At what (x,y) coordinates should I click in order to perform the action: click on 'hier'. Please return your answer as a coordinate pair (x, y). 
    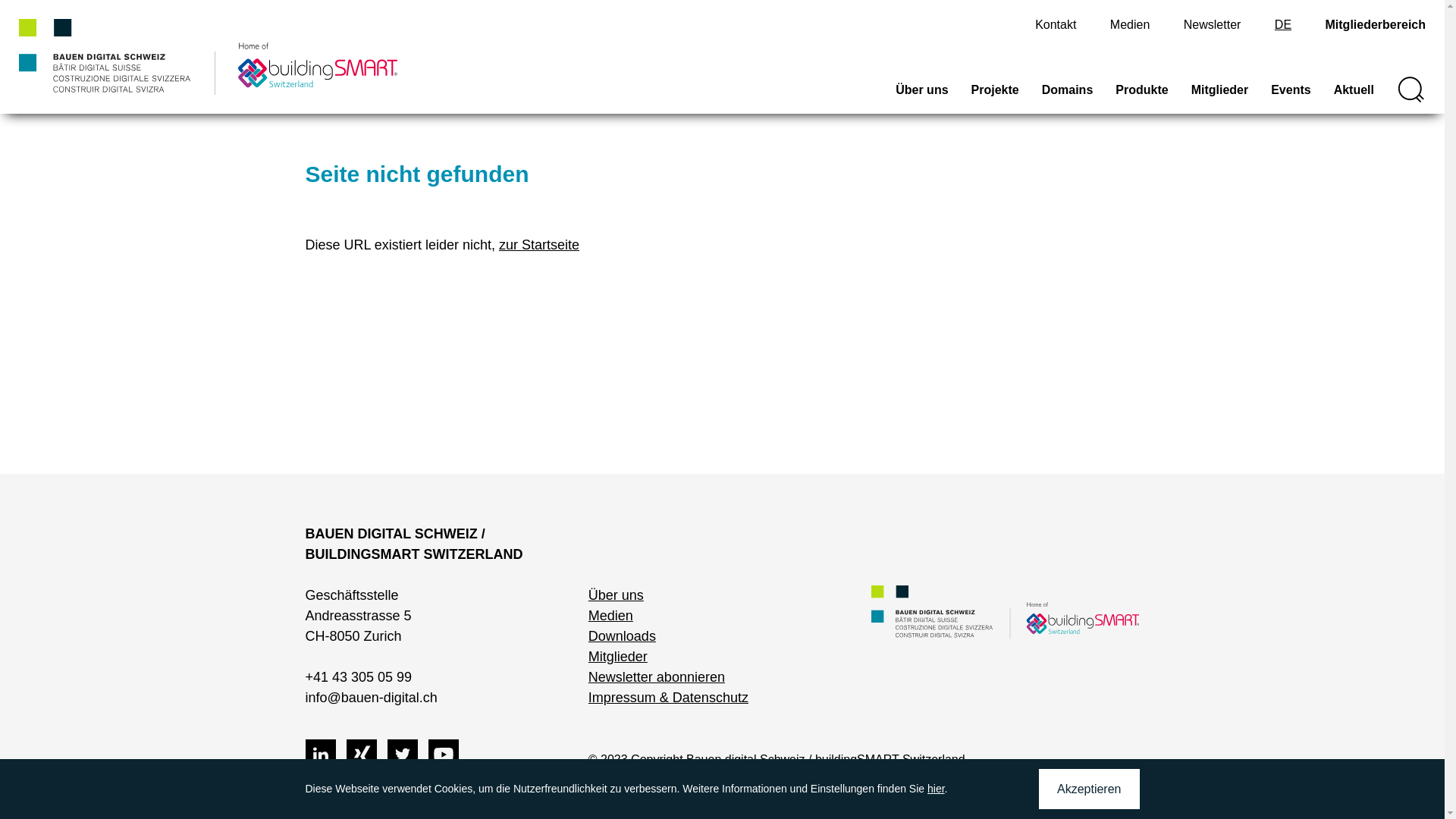
    Looking at the image, I should click on (935, 788).